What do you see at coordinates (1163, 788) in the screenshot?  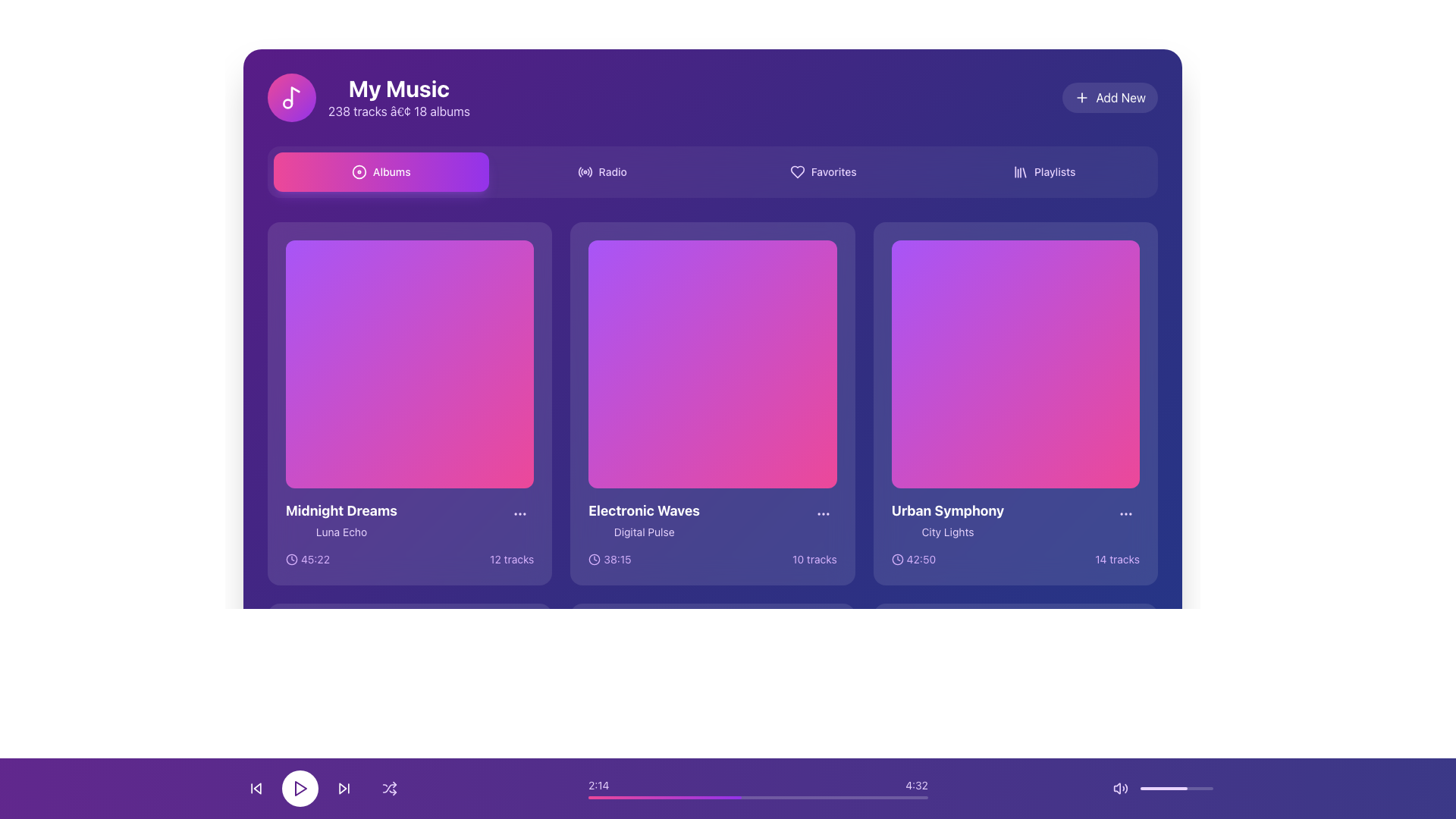 I see `the purple segment of the progress bar located at the bottom-right corner of the application interface` at bounding box center [1163, 788].